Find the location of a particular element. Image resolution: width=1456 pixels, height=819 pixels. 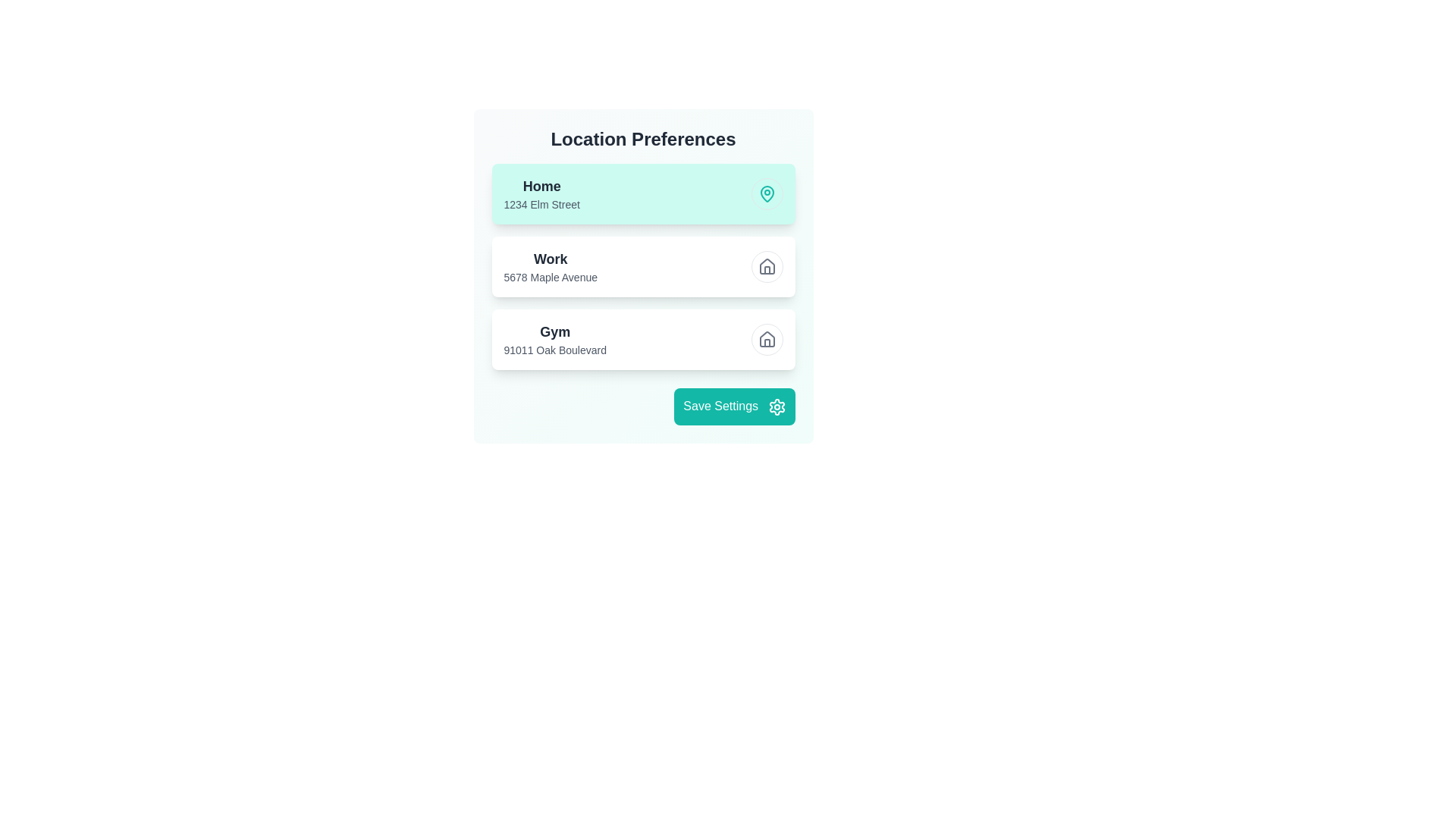

the location Home by clicking its corresponding button is located at coordinates (767, 193).